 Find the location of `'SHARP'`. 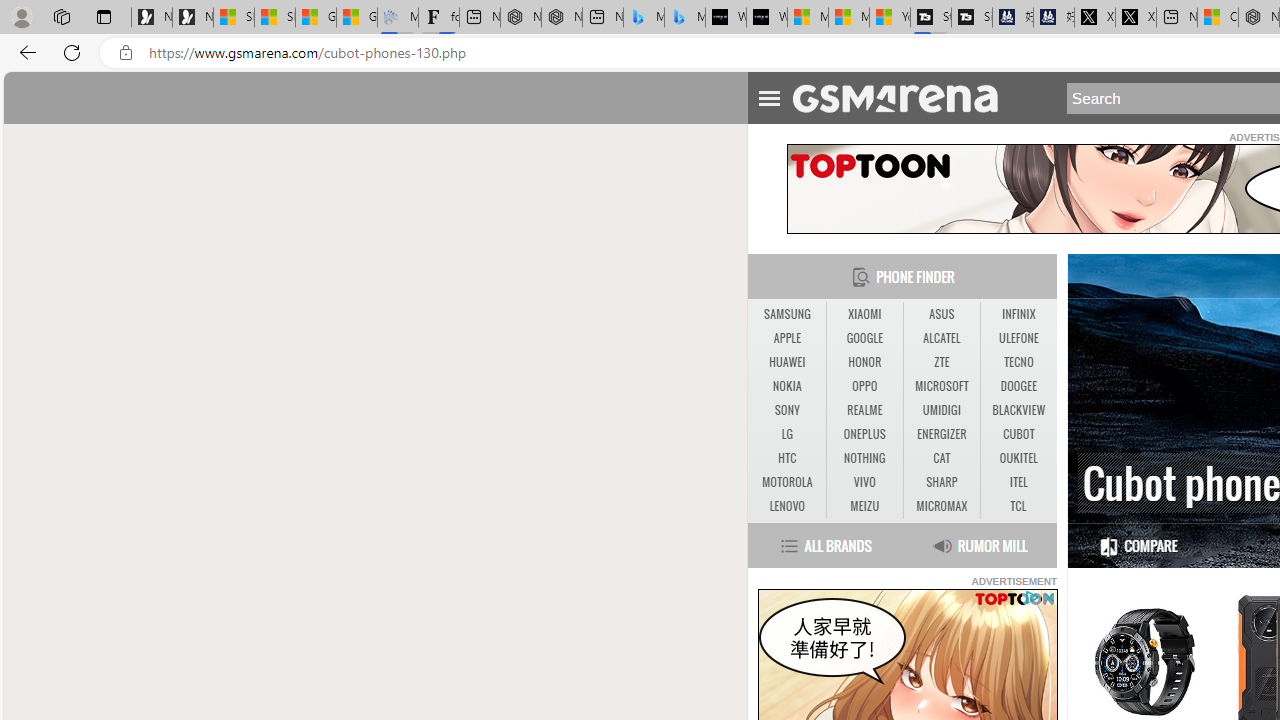

'SHARP' is located at coordinates (941, 483).